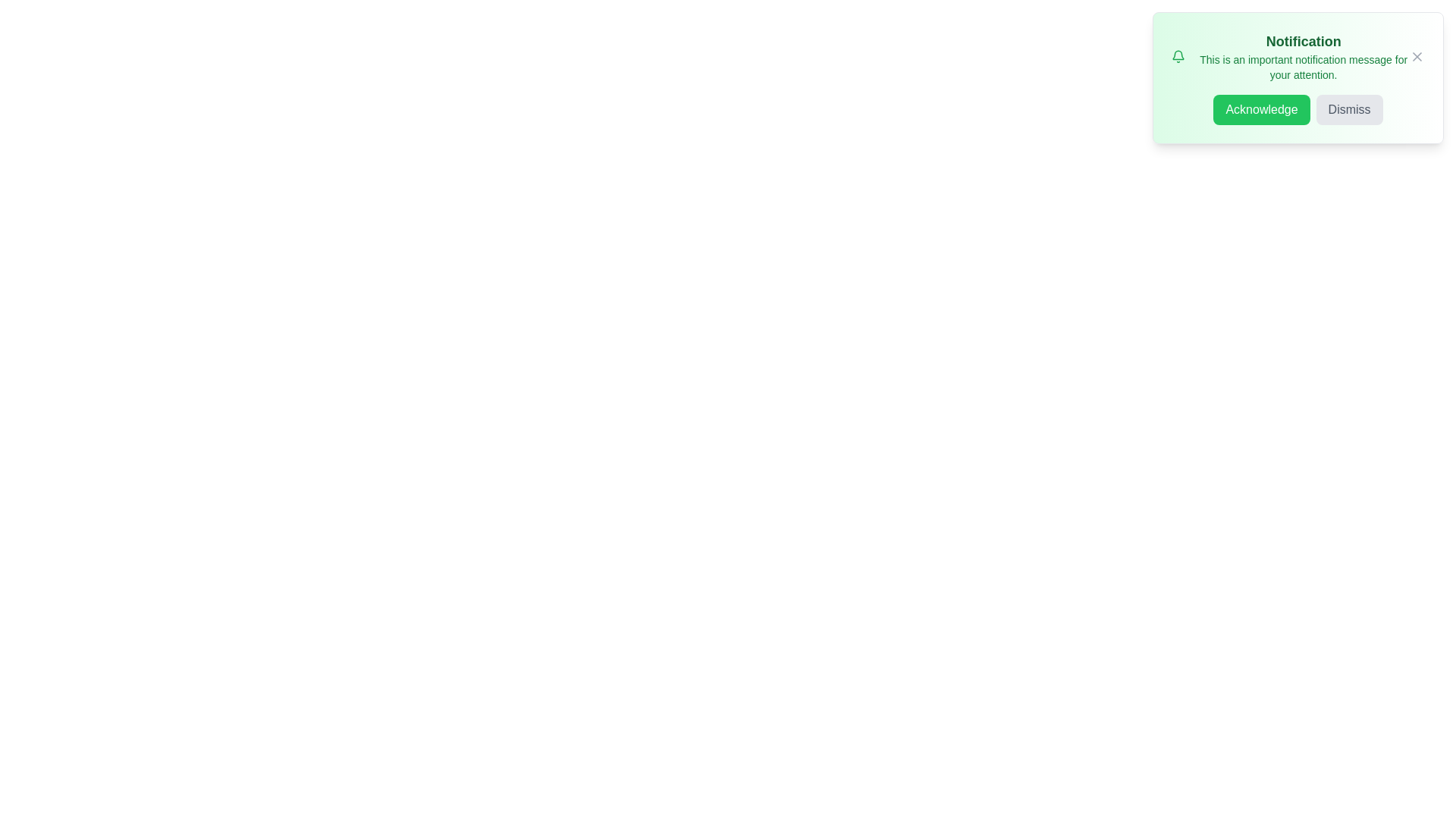 The image size is (1456, 819). What do you see at coordinates (1349, 109) in the screenshot?
I see `'Dismiss' button to remove the alert` at bounding box center [1349, 109].